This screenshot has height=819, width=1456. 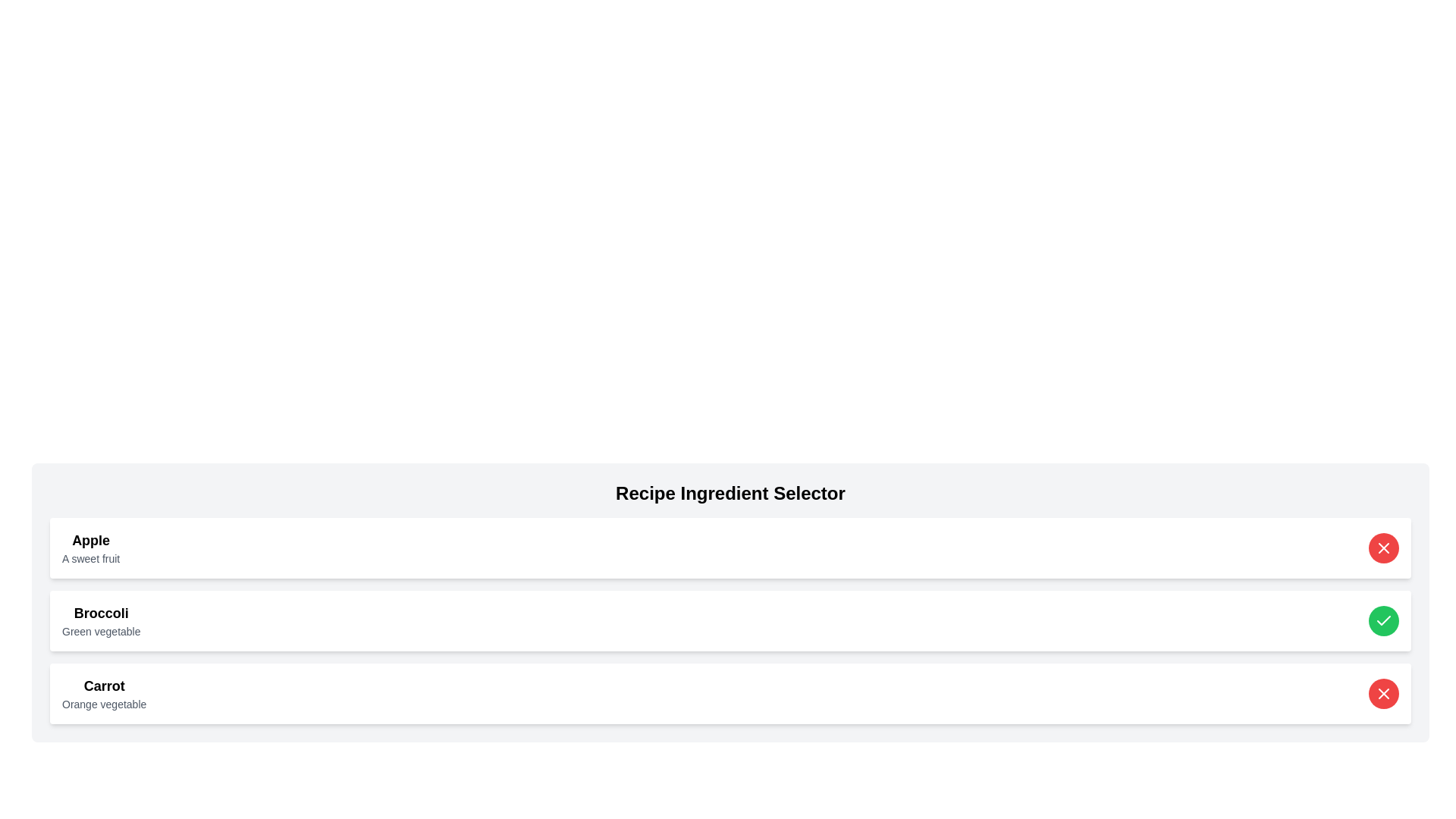 What do you see at coordinates (103, 686) in the screenshot?
I see `the header text element that identifies the card topic as 'Carrot', which is positioned at the top of the card in the vertical list` at bounding box center [103, 686].